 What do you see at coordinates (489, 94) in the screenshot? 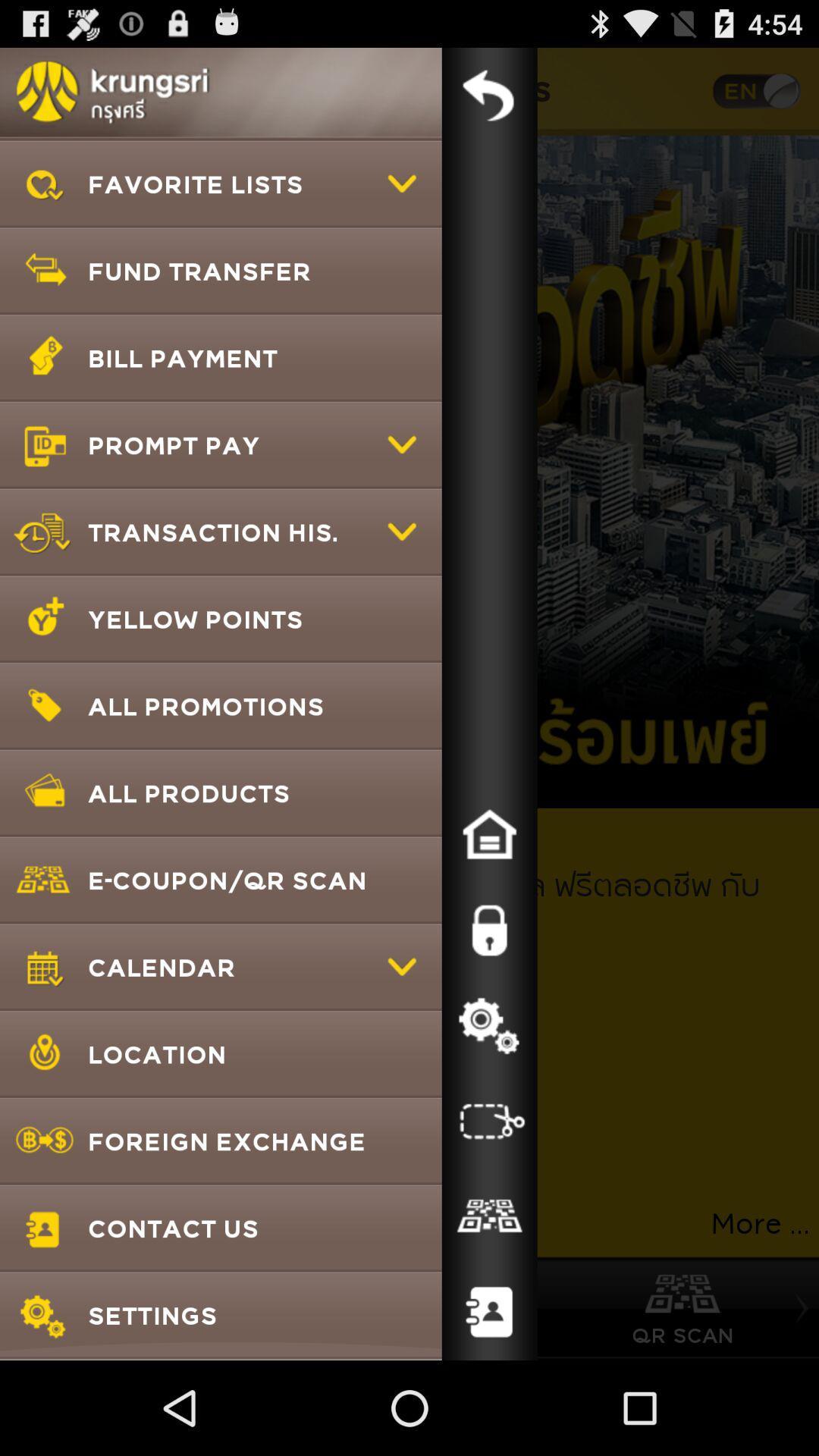
I see `menu` at bounding box center [489, 94].